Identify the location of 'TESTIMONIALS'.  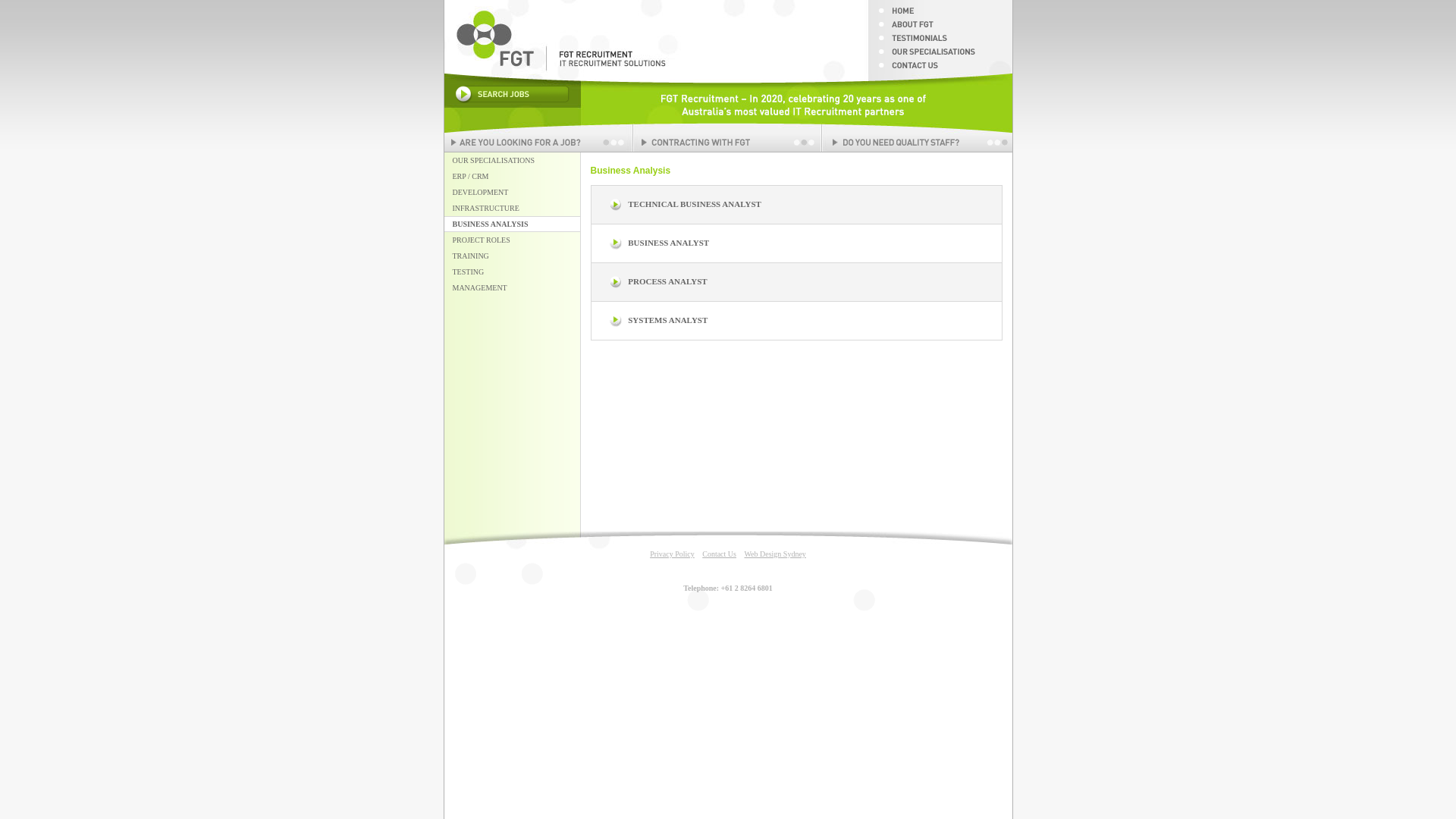
(867, 40).